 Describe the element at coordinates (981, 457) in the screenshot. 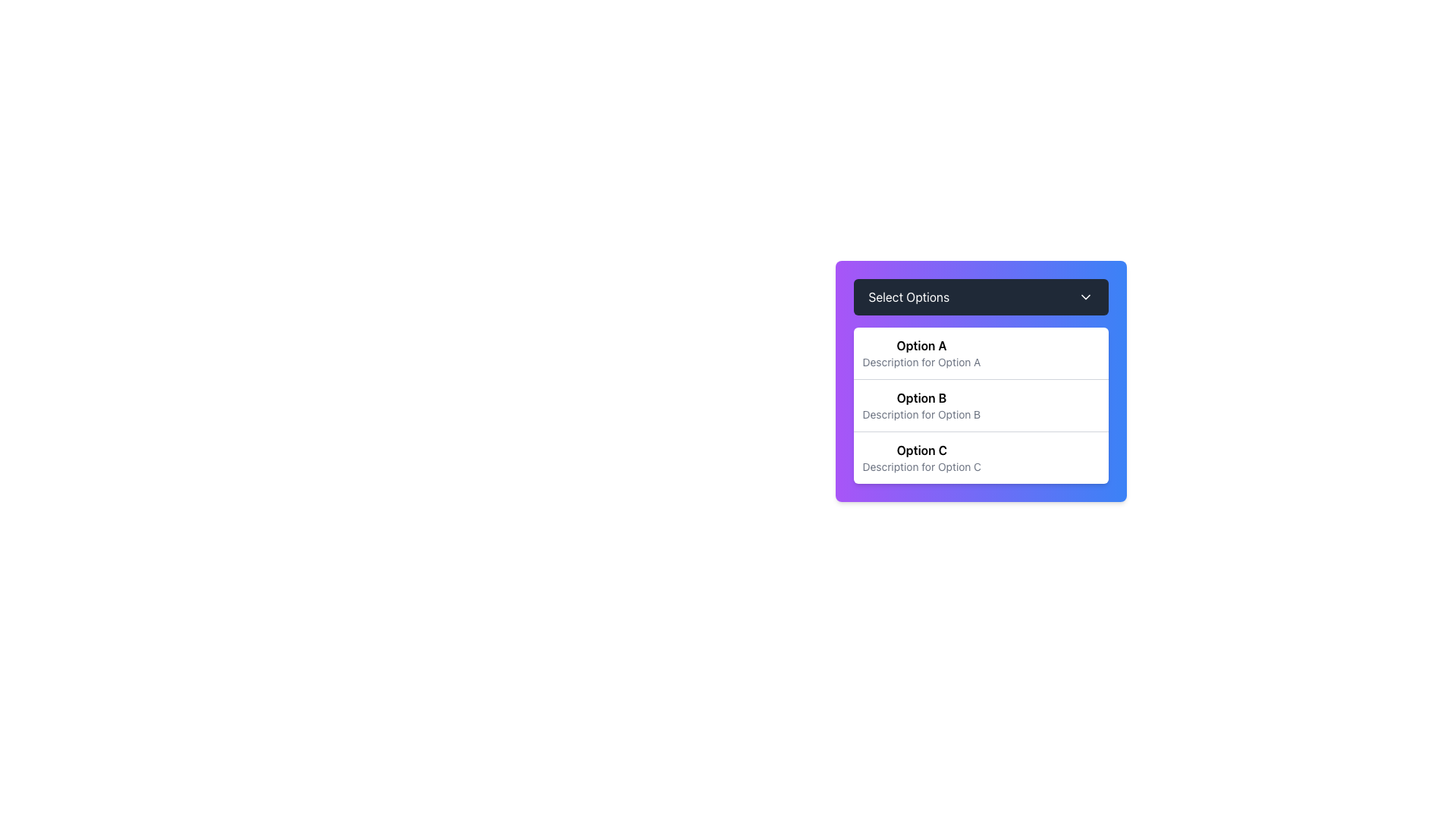

I see `the 'Option C' element in the dropdown menu` at that location.